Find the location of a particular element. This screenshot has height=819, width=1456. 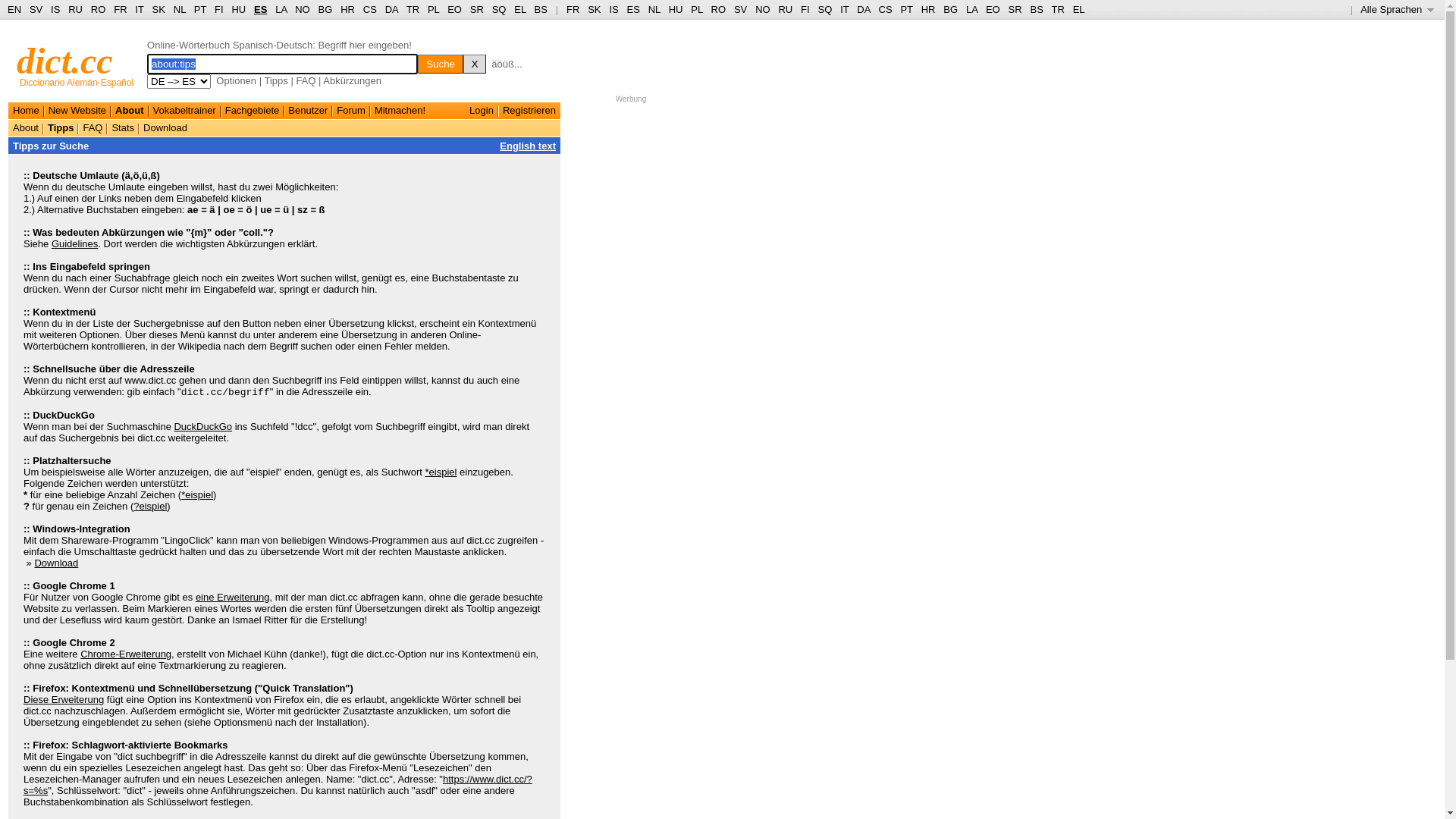

'SQ' is located at coordinates (499, 9).